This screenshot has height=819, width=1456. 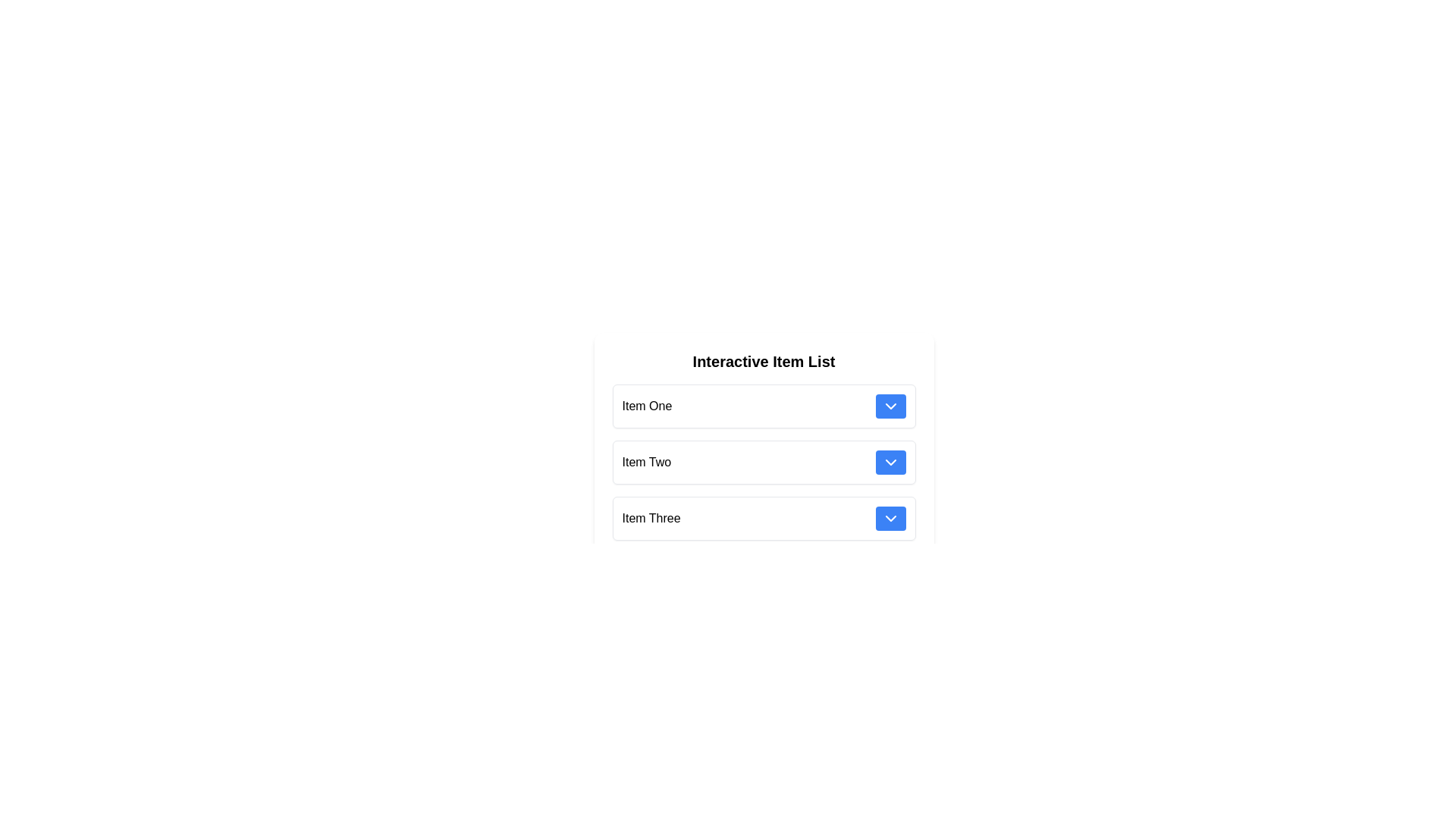 I want to click on the interactive dropdown toggle button located to the right of 'Item Two' in the vertical list, so click(x=890, y=461).